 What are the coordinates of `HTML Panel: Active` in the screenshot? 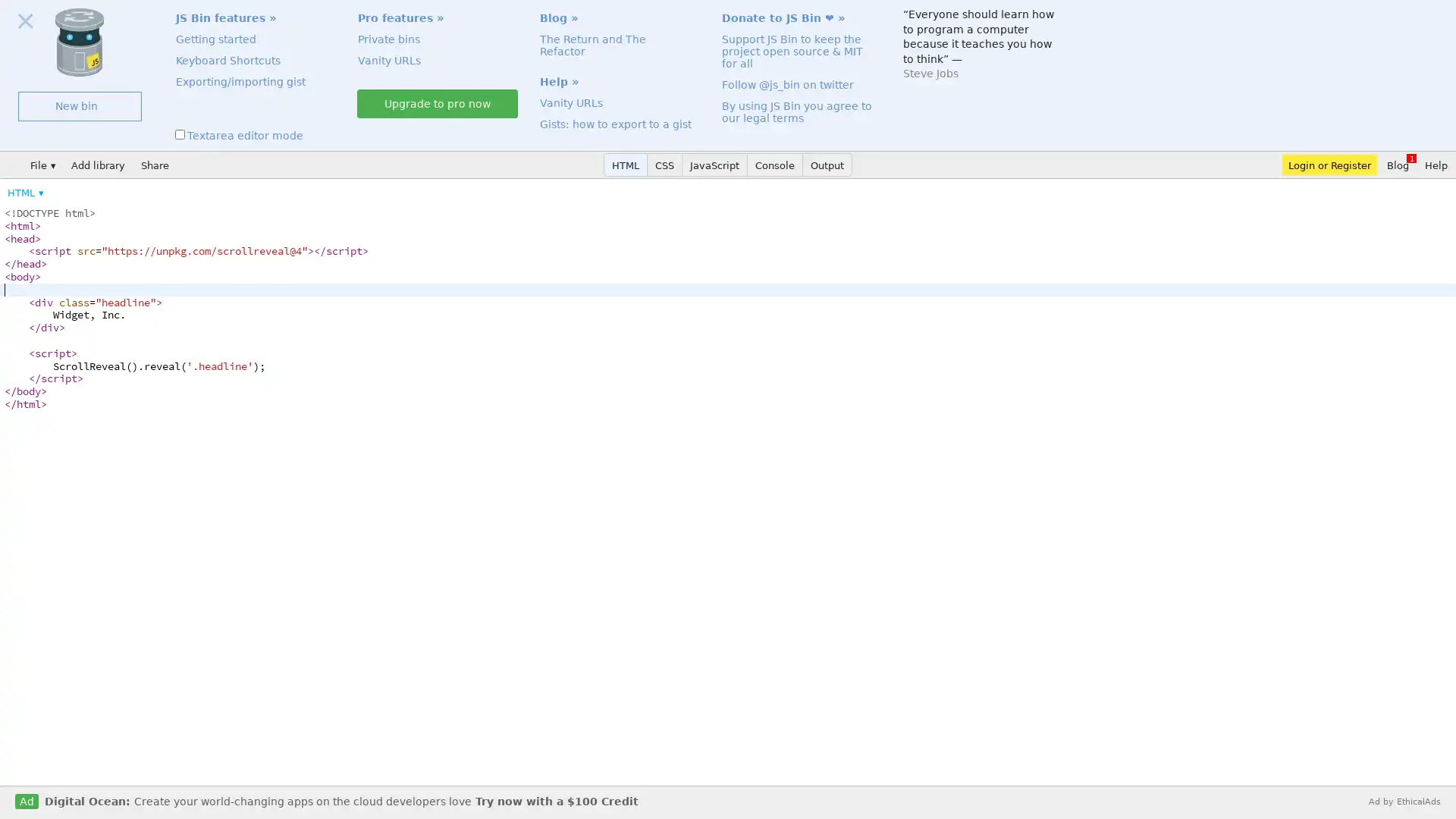 It's located at (626, 165).